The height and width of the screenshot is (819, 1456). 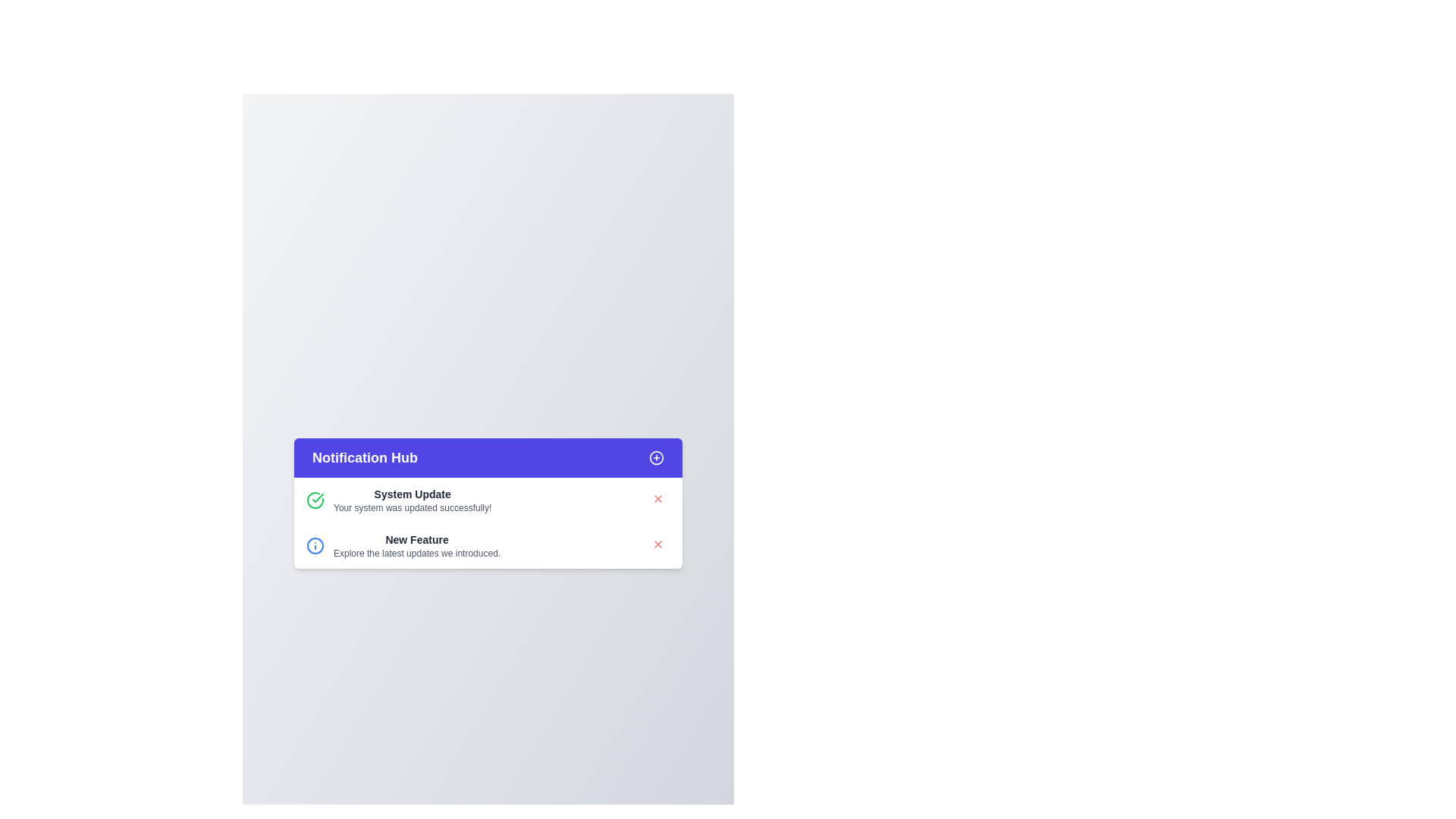 What do you see at coordinates (317, 497) in the screenshot?
I see `green checkmark icon within the circular badge located at the top-left corner of the first notification item in the 'Notification Hub' section` at bounding box center [317, 497].